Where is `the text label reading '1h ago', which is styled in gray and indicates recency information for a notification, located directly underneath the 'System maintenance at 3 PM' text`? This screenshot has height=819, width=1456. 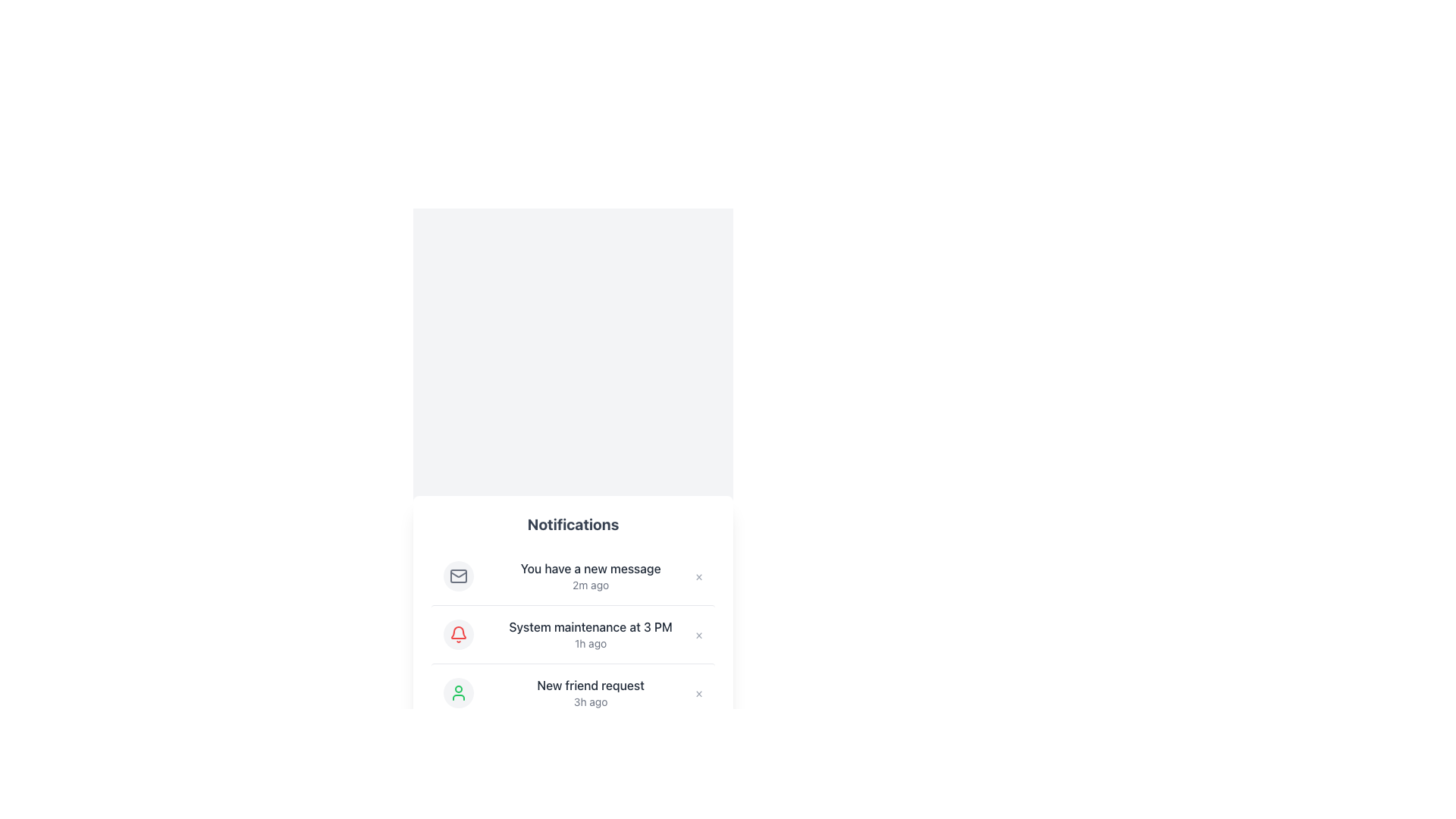 the text label reading '1h ago', which is styled in gray and indicates recency information for a notification, located directly underneath the 'System maintenance at 3 PM' text is located at coordinates (590, 643).